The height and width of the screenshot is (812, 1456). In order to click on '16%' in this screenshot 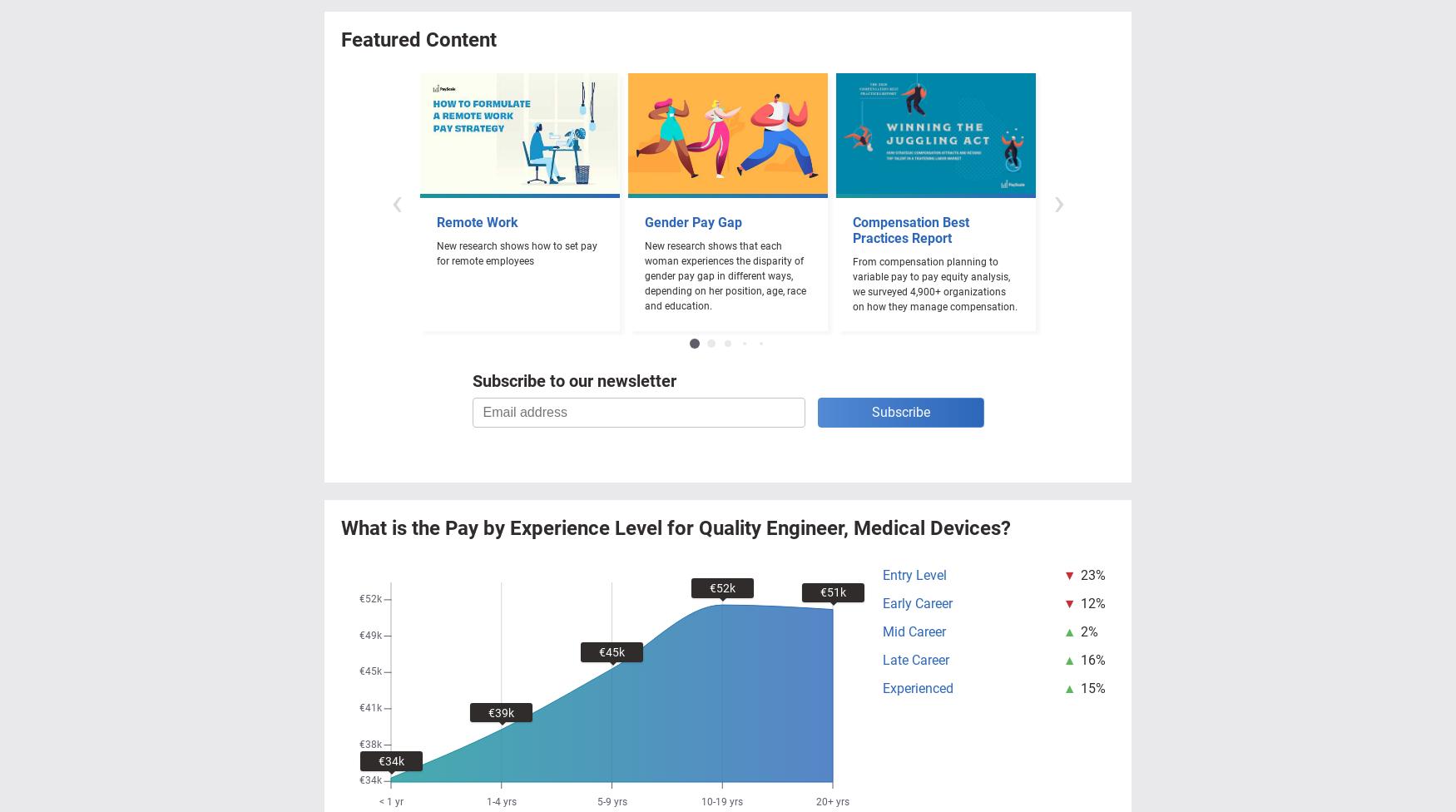, I will do `click(1092, 659)`.